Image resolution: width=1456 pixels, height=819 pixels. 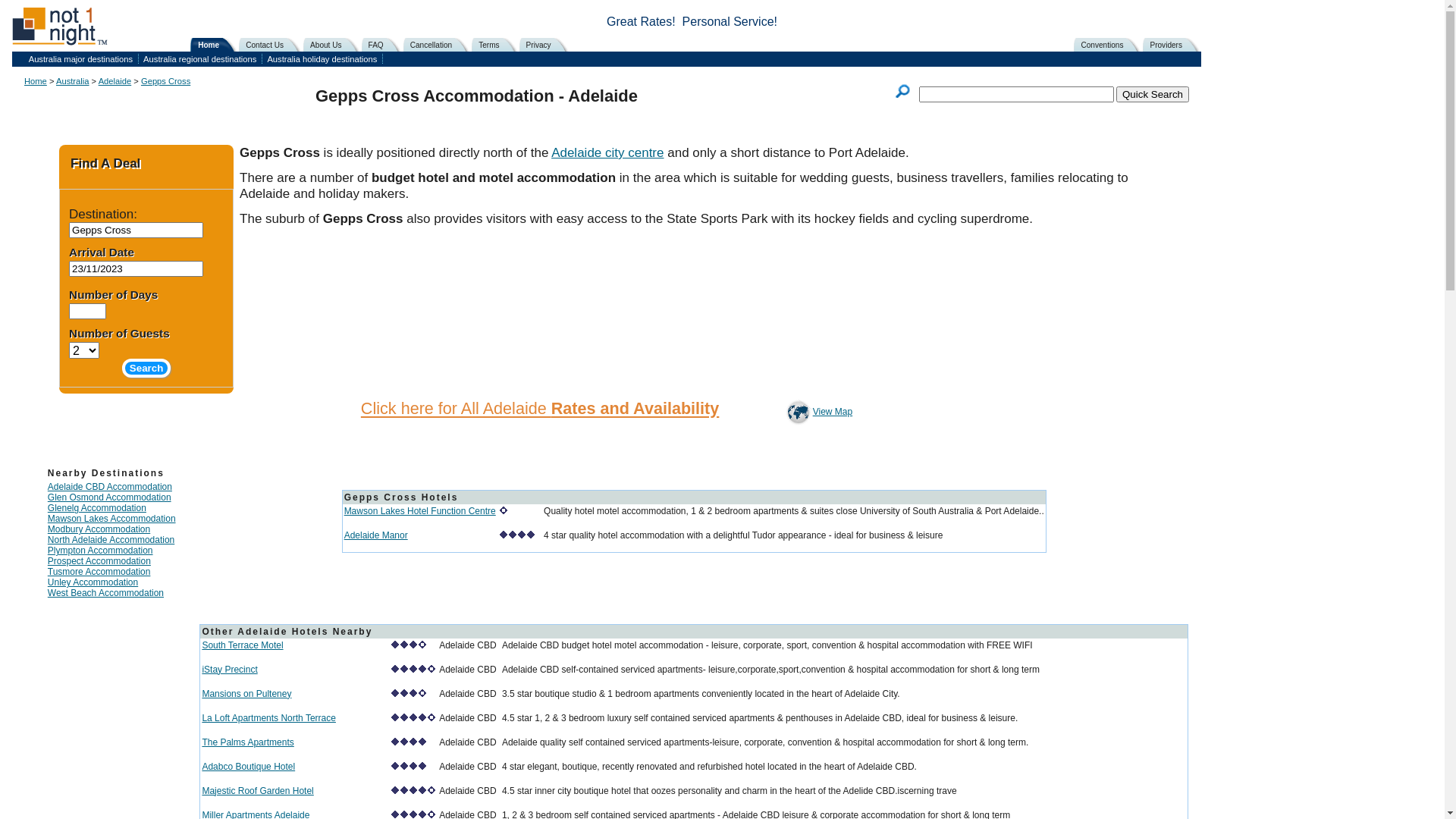 What do you see at coordinates (268, 717) in the screenshot?
I see `'La Loft Apartments North Terrace'` at bounding box center [268, 717].